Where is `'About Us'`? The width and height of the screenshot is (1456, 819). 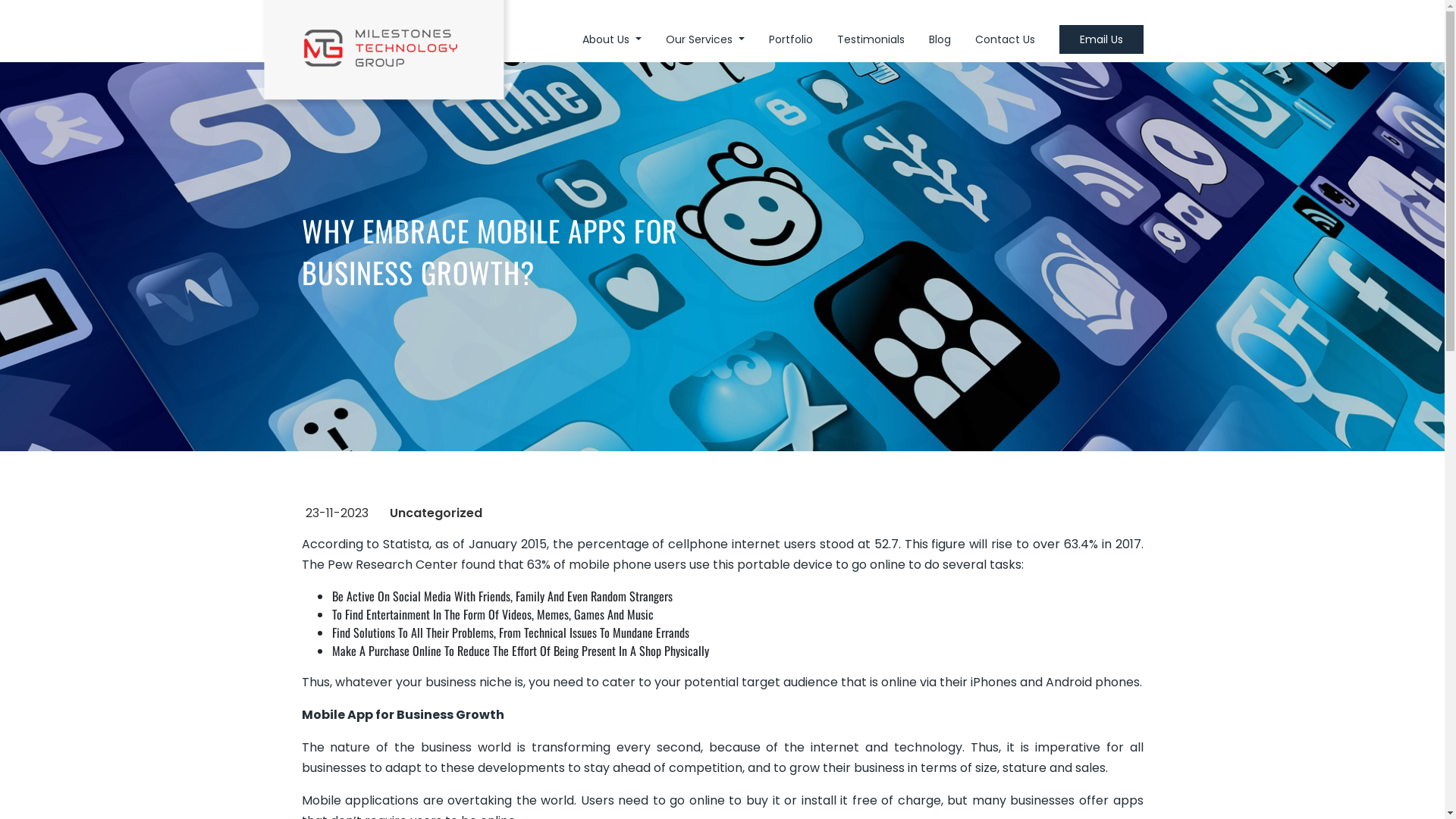 'About Us' is located at coordinates (611, 38).